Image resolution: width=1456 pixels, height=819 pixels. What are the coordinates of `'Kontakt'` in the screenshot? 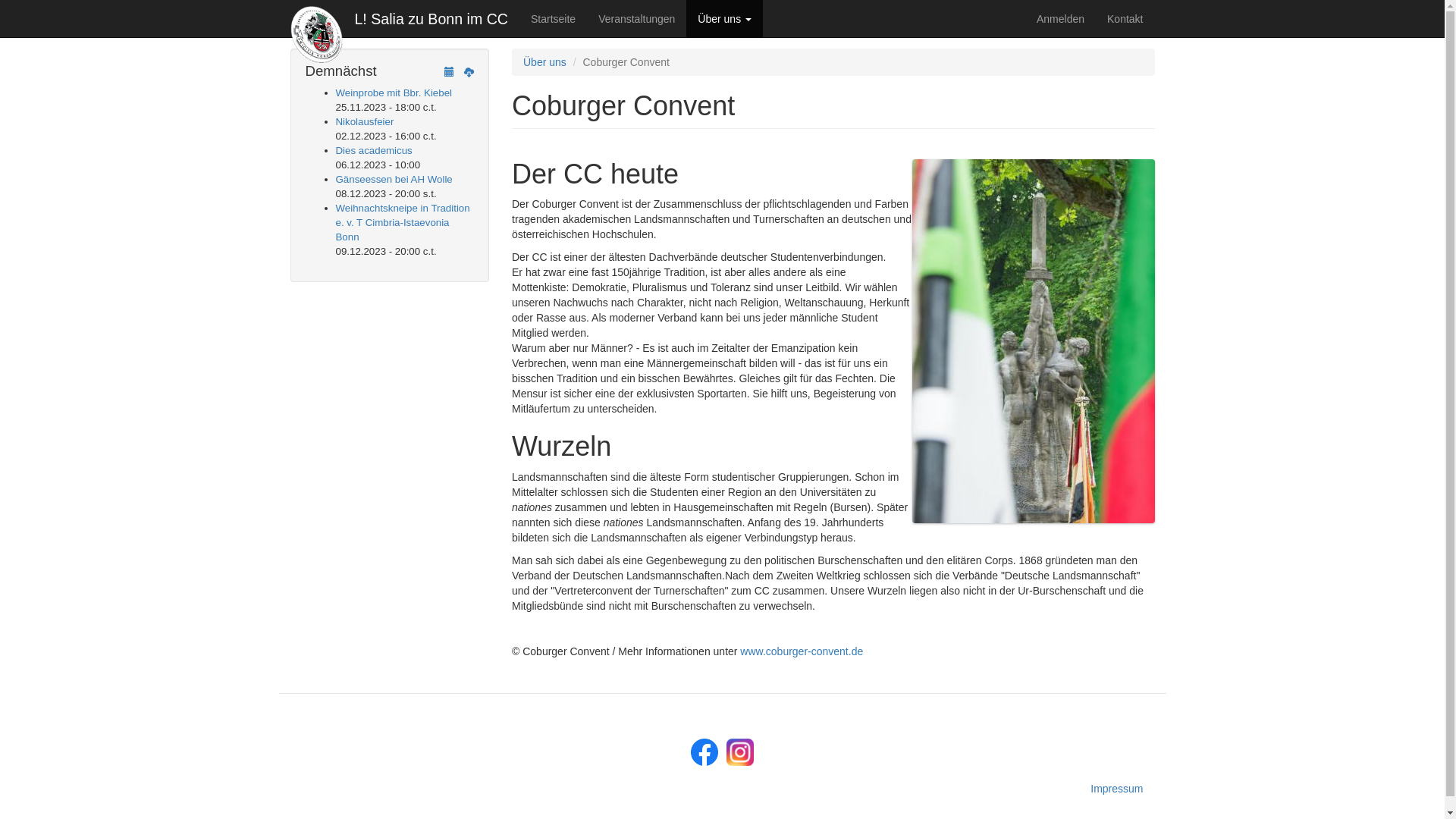 It's located at (1095, 18).